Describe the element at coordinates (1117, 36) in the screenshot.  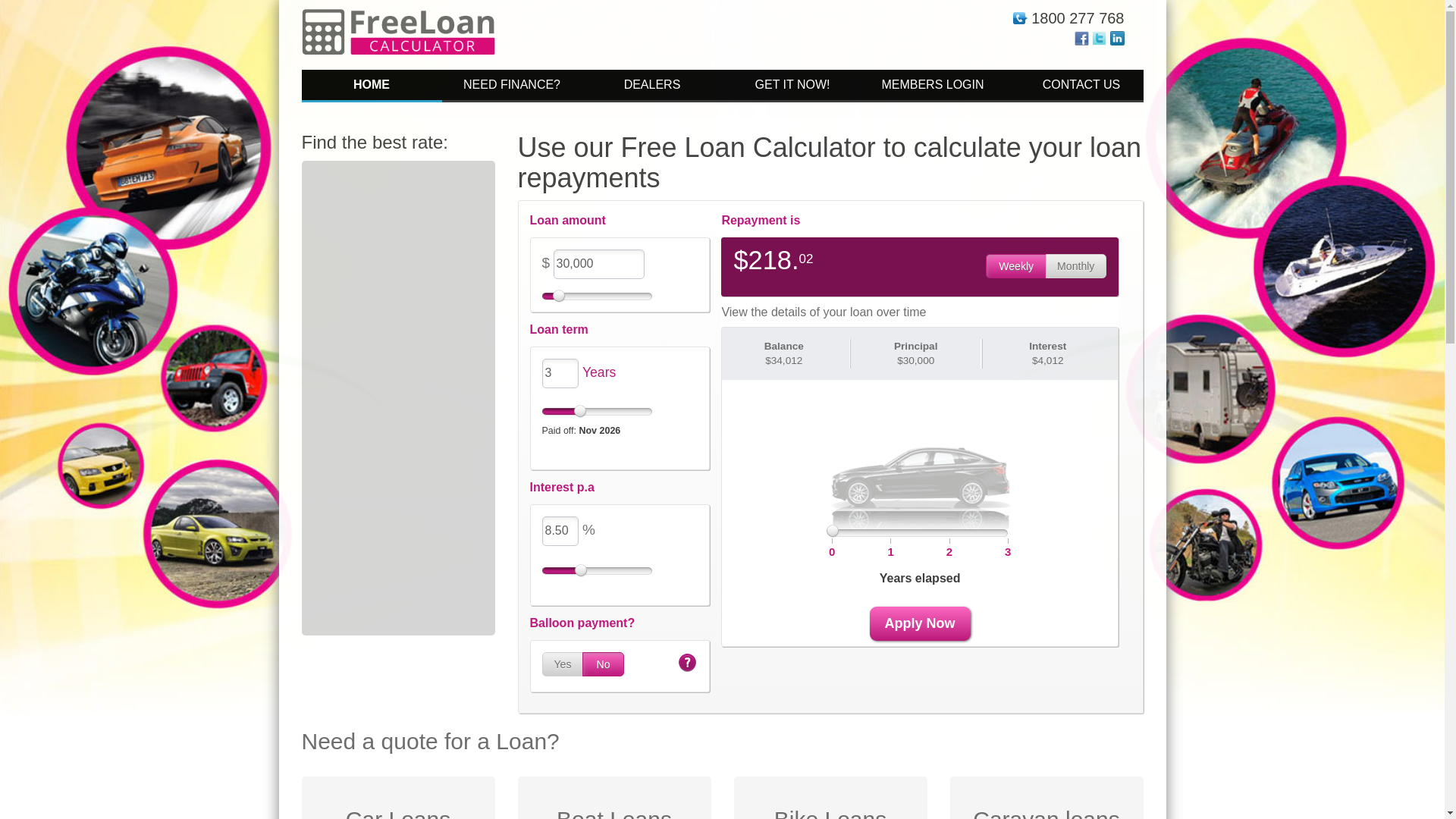
I see `'LinkedIn'` at that location.